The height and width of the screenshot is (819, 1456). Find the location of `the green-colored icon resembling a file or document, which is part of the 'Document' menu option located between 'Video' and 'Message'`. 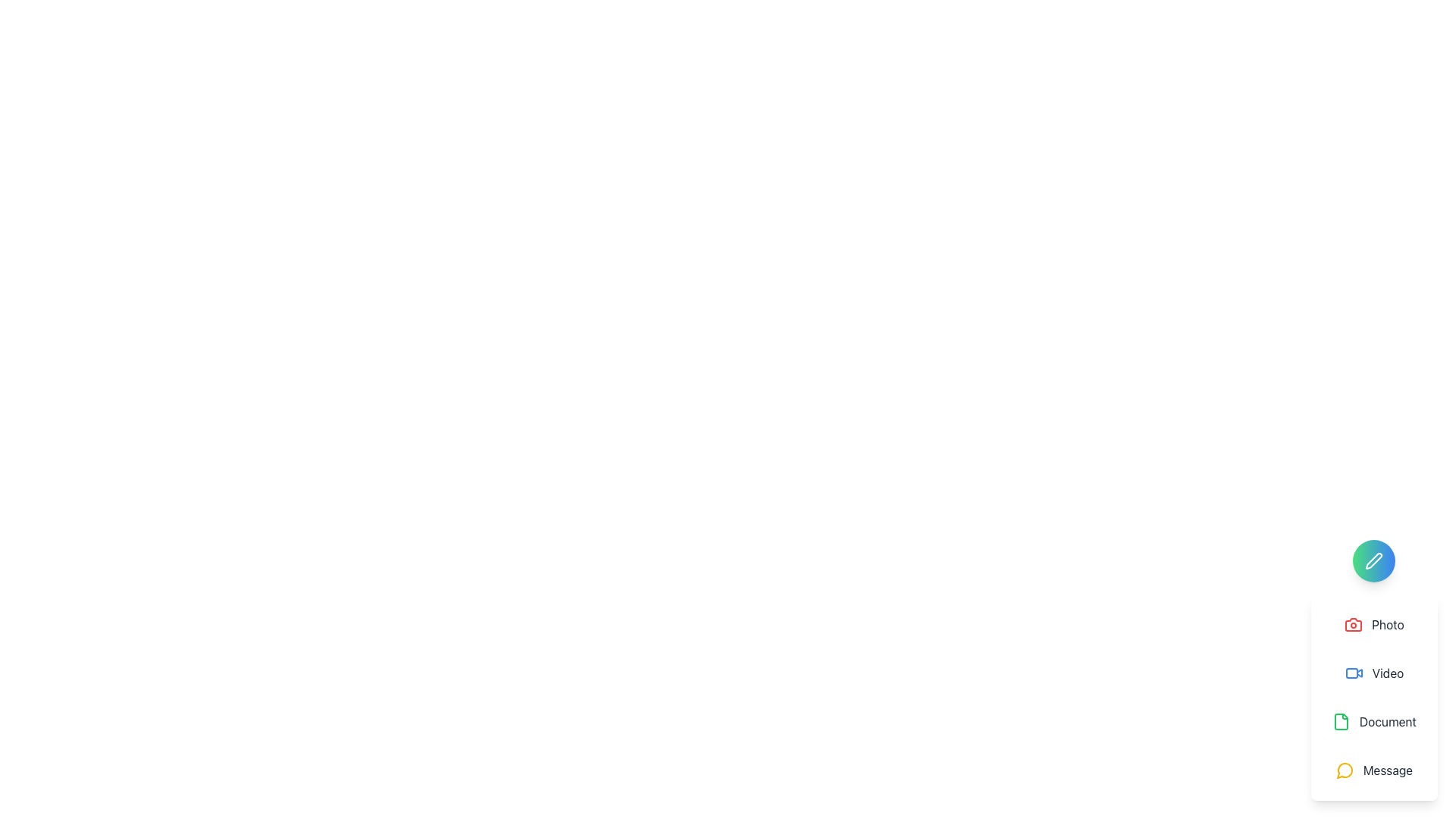

the green-colored icon resembling a file or document, which is part of the 'Document' menu option located between 'Video' and 'Message' is located at coordinates (1341, 721).